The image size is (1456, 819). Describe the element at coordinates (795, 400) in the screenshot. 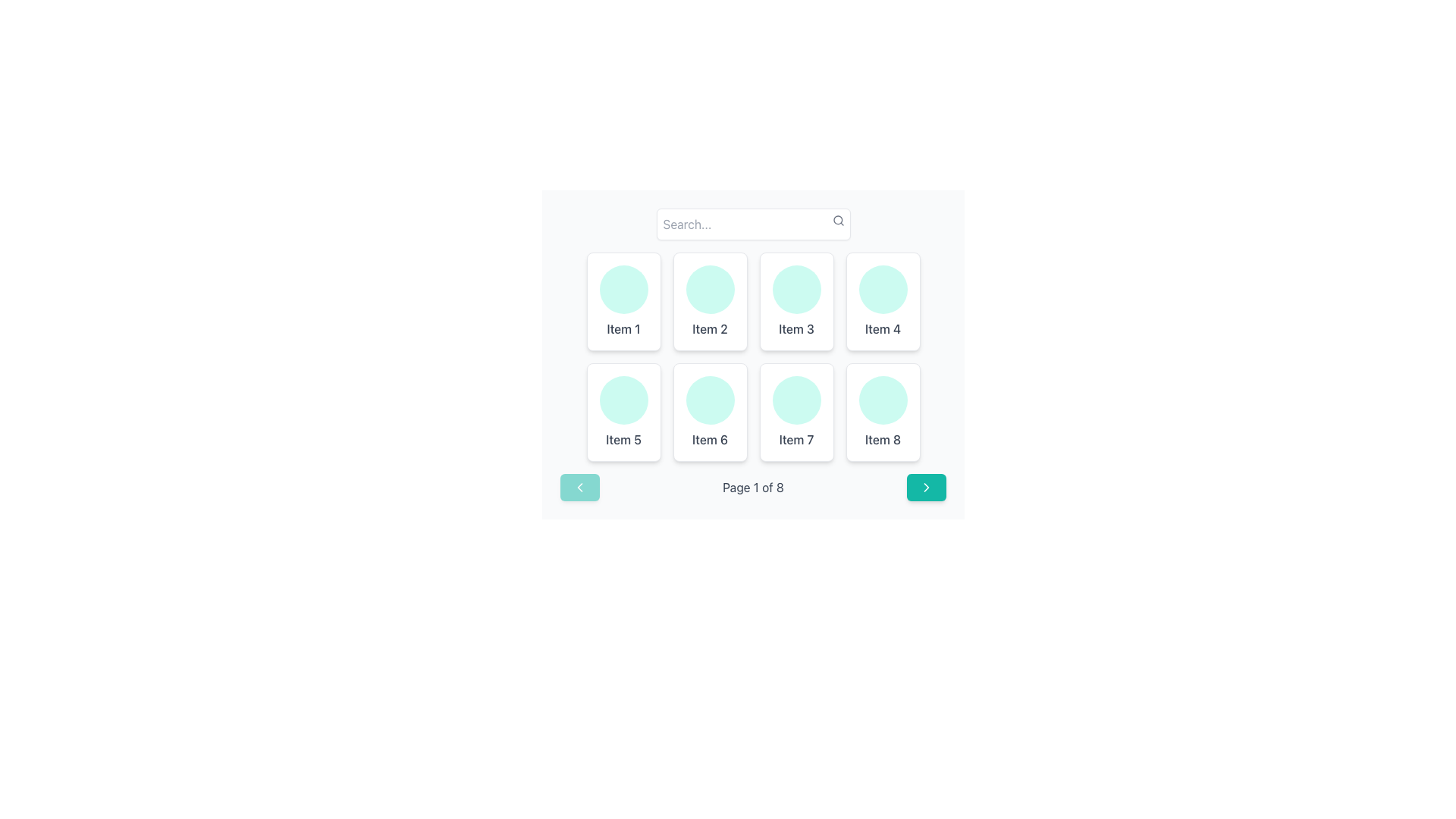

I see `the circular decorative graphic with a teal background located in the second row, third column of the grid layout within the 'Item 7' card` at that location.